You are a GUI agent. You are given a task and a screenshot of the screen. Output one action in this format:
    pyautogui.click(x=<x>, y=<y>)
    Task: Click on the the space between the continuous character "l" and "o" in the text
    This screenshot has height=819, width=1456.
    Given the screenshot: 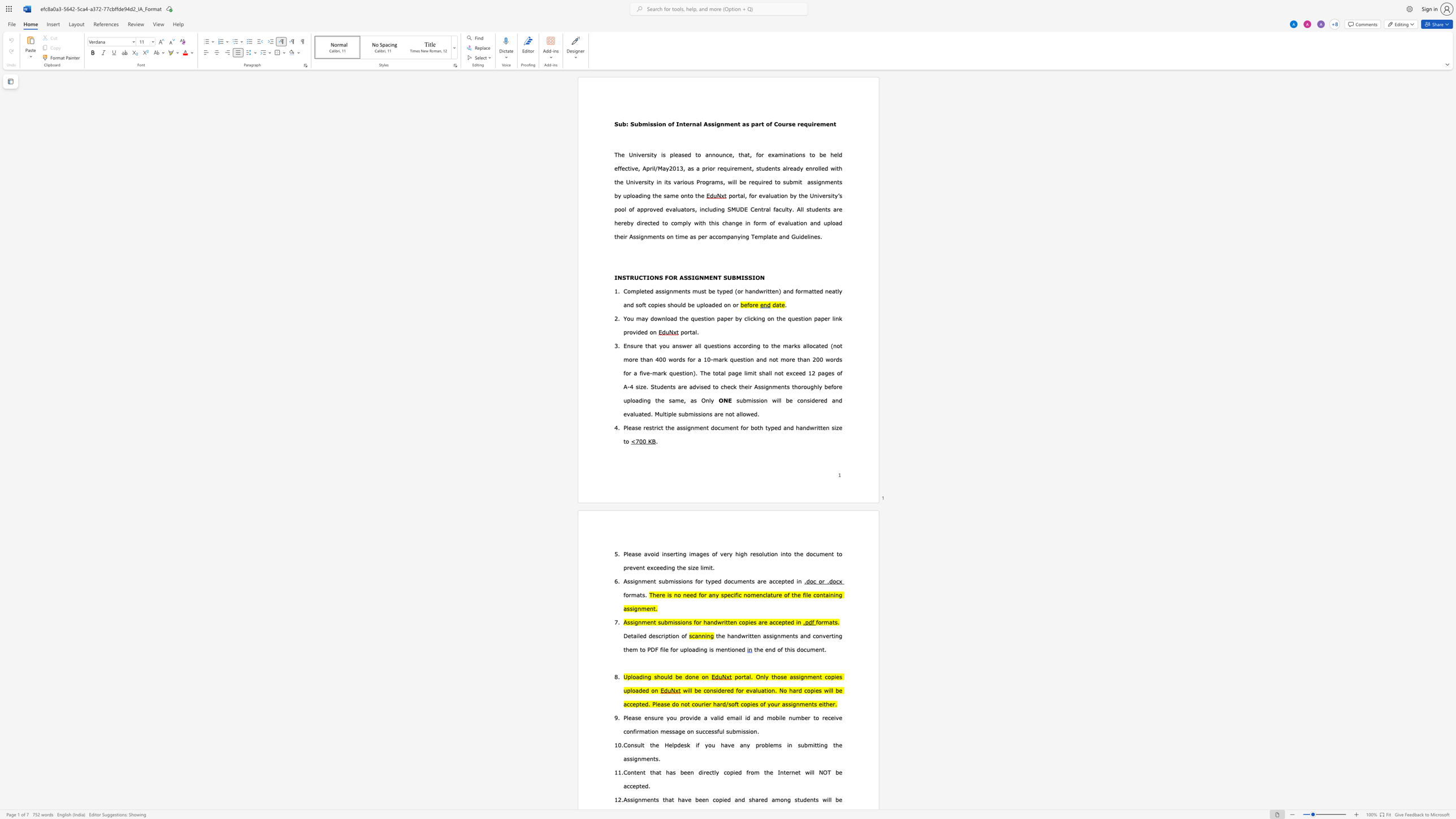 What is the action you would take?
    pyautogui.click(x=632, y=196)
    